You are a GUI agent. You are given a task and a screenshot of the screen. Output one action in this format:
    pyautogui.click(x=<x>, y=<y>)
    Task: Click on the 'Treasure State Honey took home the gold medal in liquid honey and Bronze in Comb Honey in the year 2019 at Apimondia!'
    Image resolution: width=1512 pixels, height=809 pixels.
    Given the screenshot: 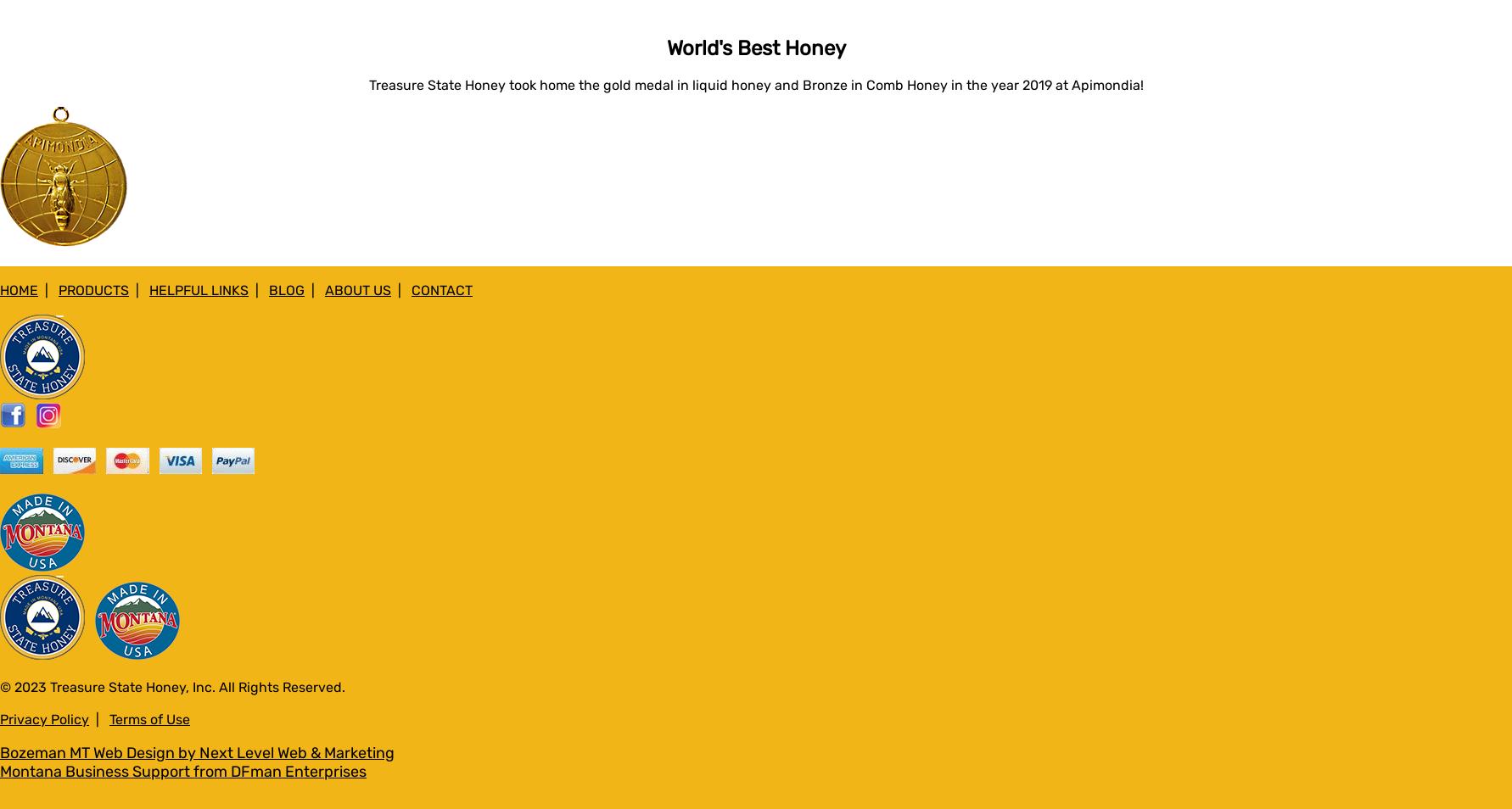 What is the action you would take?
    pyautogui.click(x=754, y=83)
    